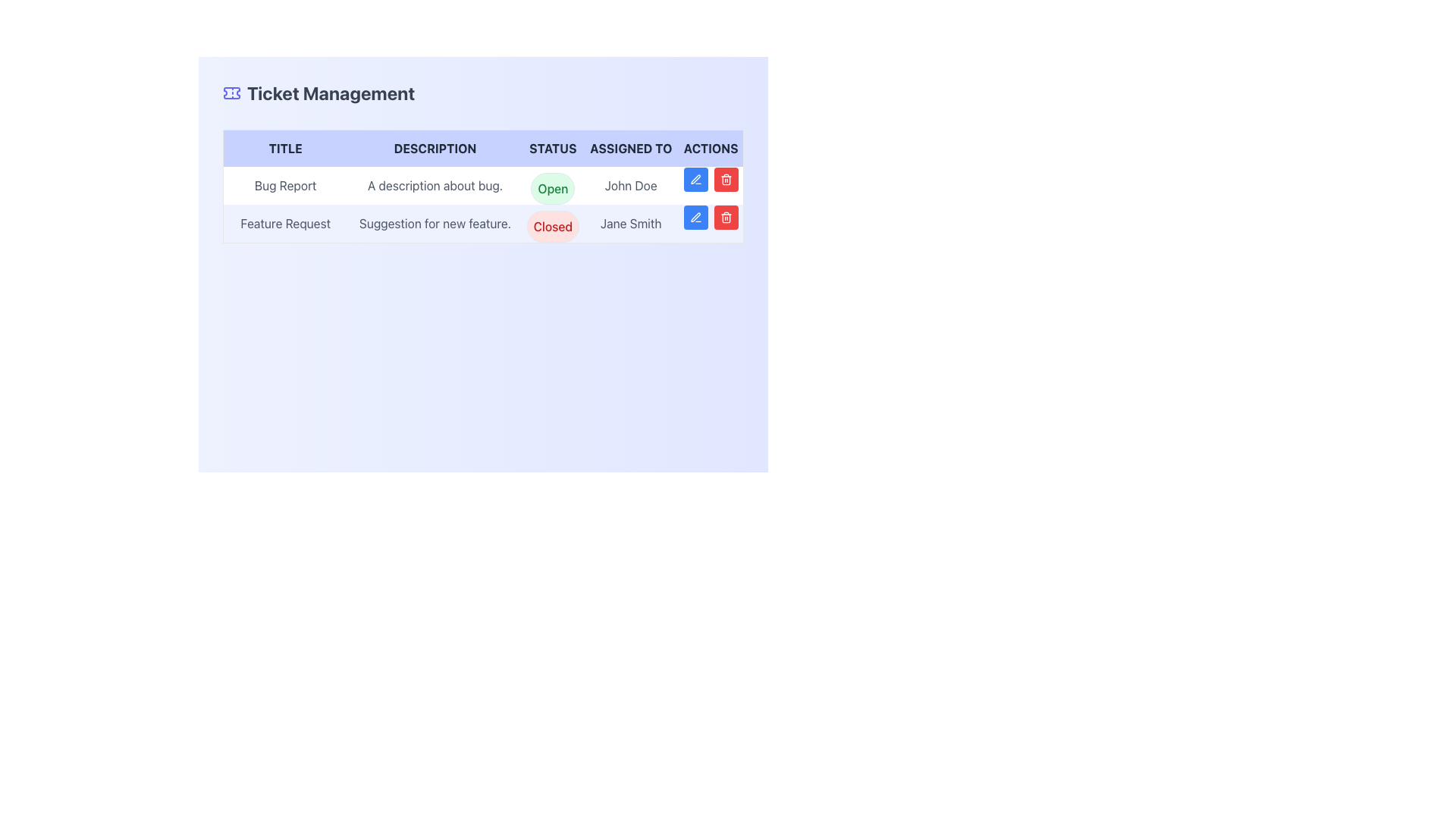  Describe the element at coordinates (285, 148) in the screenshot. I see `the text label 'Title', which is styled in bold uppercase letters and located in the first column of the table header at the top-left corner of the content section` at that location.